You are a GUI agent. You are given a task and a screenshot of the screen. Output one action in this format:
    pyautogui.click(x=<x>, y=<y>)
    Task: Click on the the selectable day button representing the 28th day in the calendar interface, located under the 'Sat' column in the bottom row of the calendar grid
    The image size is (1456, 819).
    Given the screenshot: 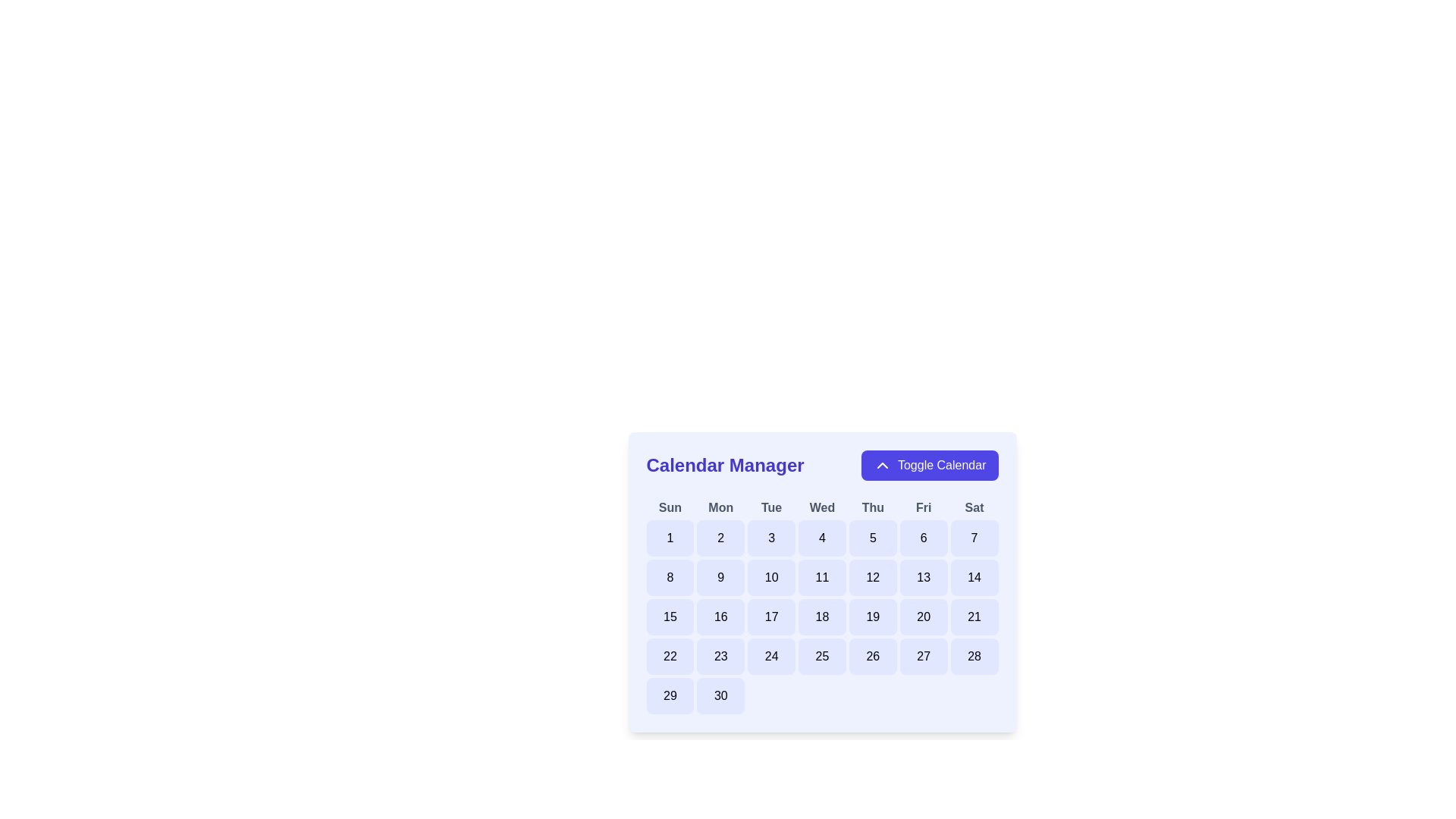 What is the action you would take?
    pyautogui.click(x=974, y=656)
    